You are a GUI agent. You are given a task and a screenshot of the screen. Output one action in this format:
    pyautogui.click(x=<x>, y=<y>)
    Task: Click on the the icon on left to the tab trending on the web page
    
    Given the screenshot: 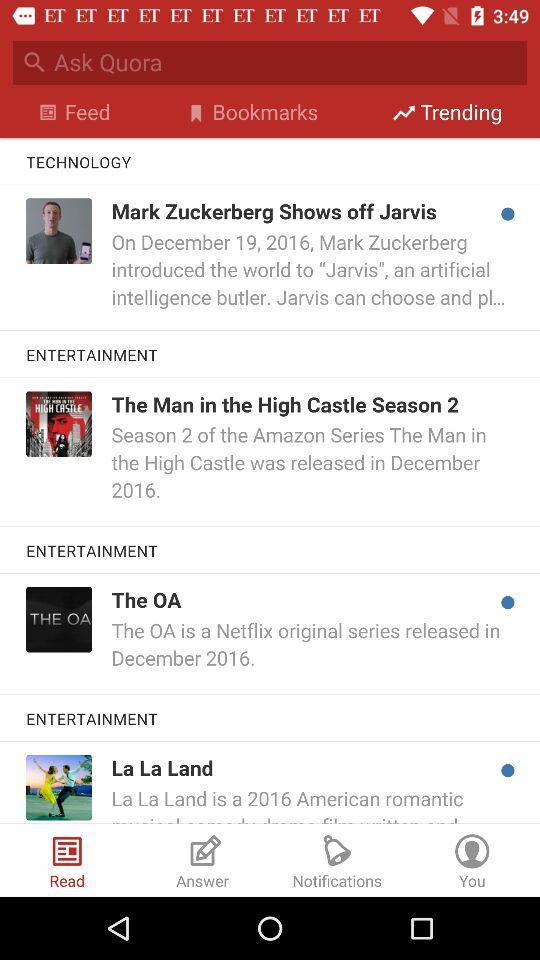 What is the action you would take?
    pyautogui.click(x=403, y=112)
    